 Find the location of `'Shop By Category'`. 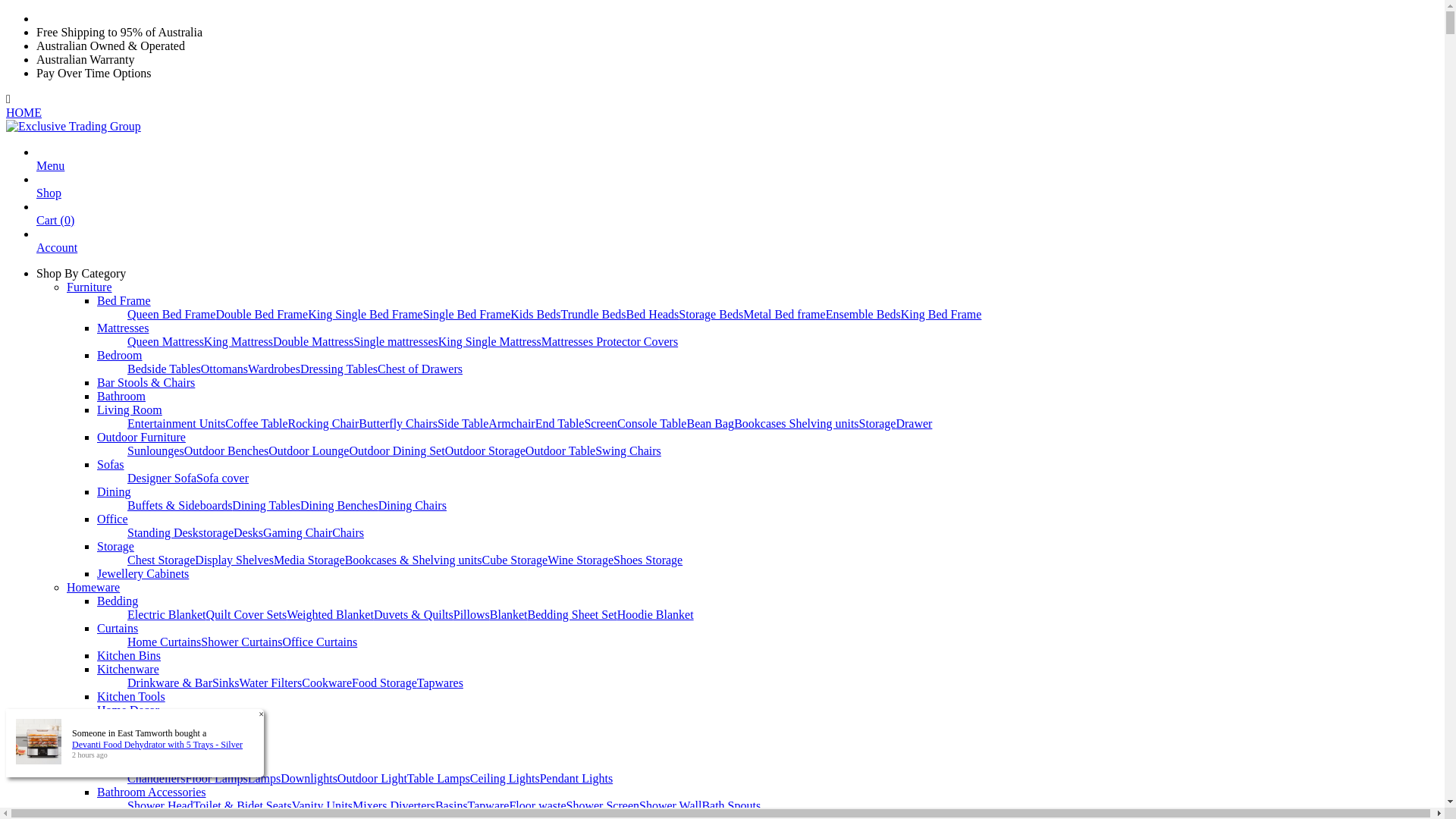

'Shop By Category' is located at coordinates (80, 273).